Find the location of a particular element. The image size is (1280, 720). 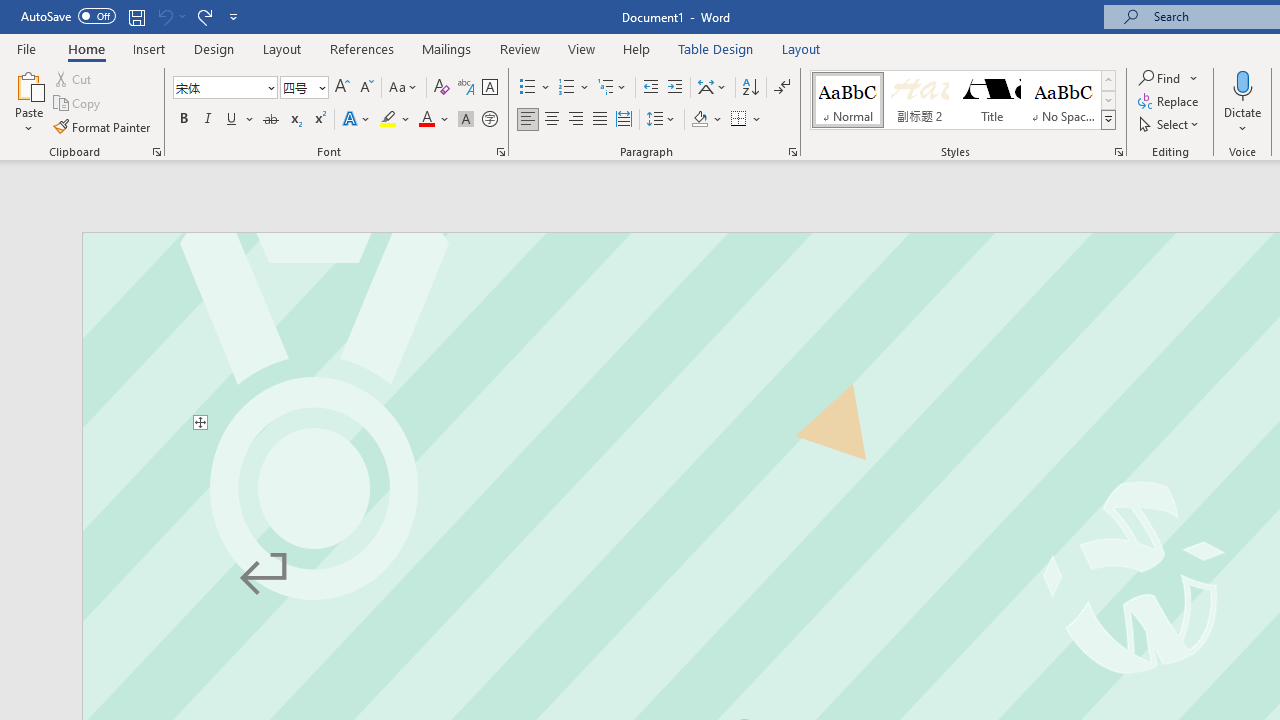

'Bullets' is located at coordinates (535, 86).